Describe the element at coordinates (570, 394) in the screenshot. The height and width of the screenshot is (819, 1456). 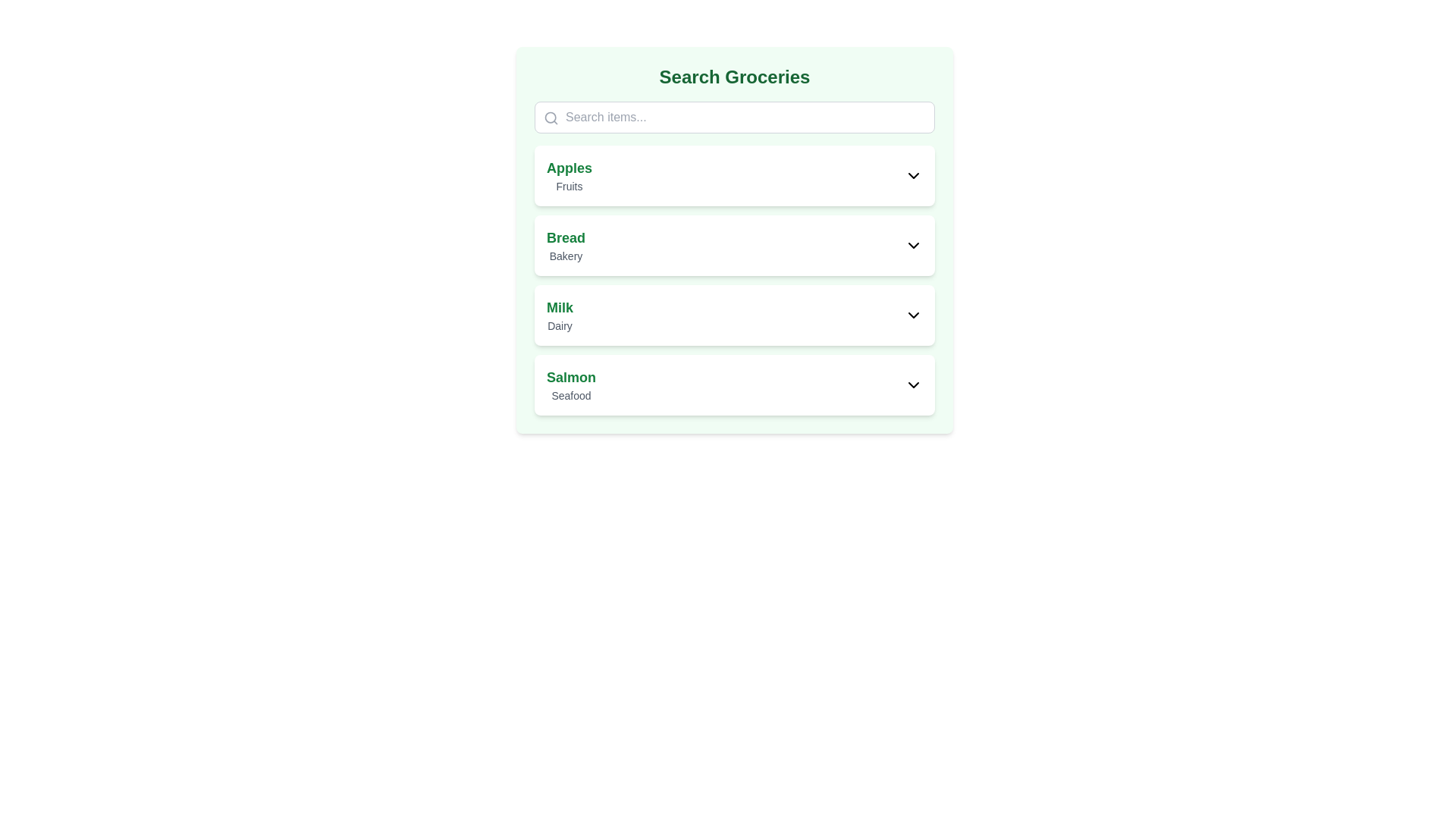
I see `the text label that contains the word 'Seafood', which is styled with a small font size and grey color, positioned below the 'Salmon' title in the content area` at that location.